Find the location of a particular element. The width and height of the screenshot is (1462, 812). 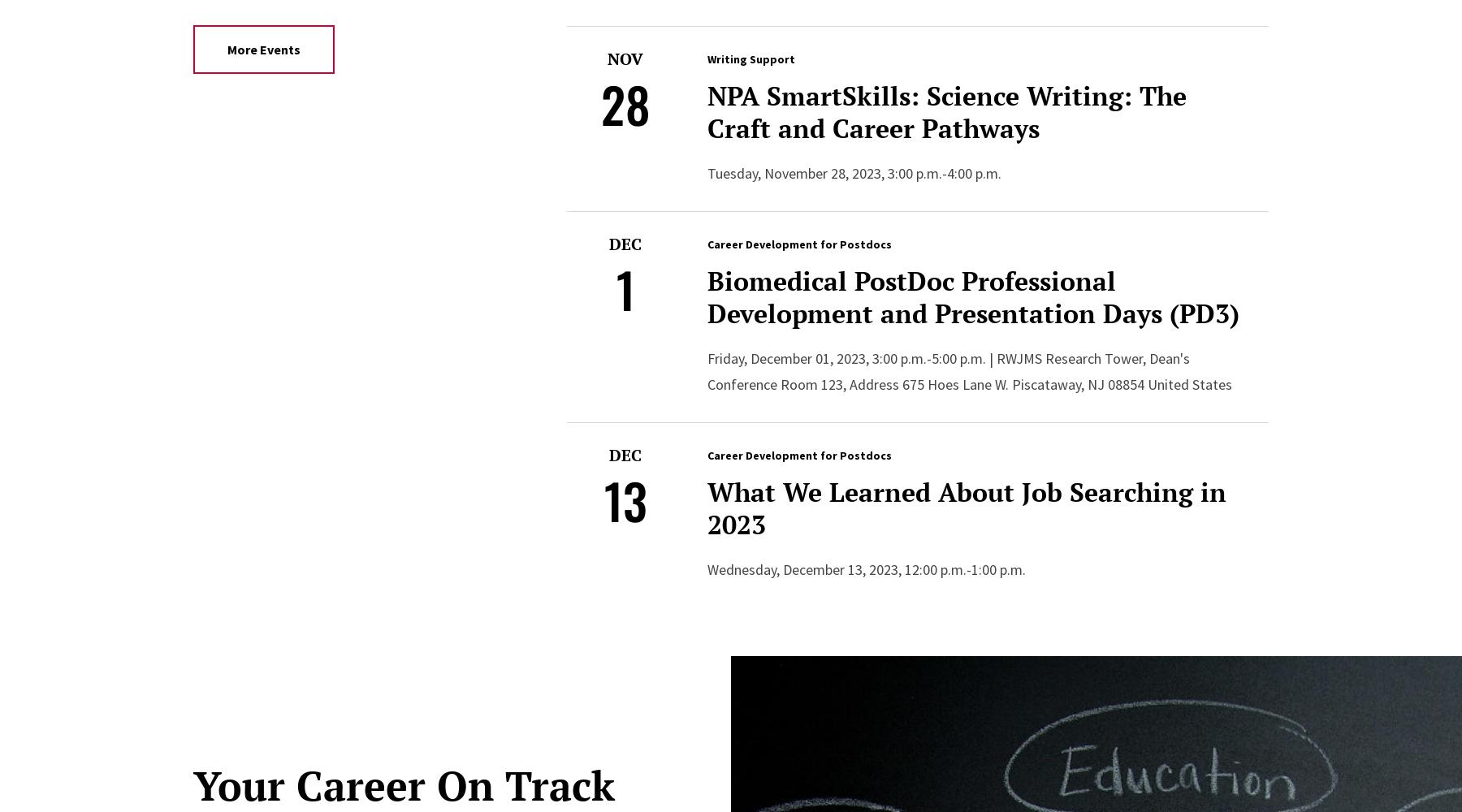

'13' is located at coordinates (624, 499).